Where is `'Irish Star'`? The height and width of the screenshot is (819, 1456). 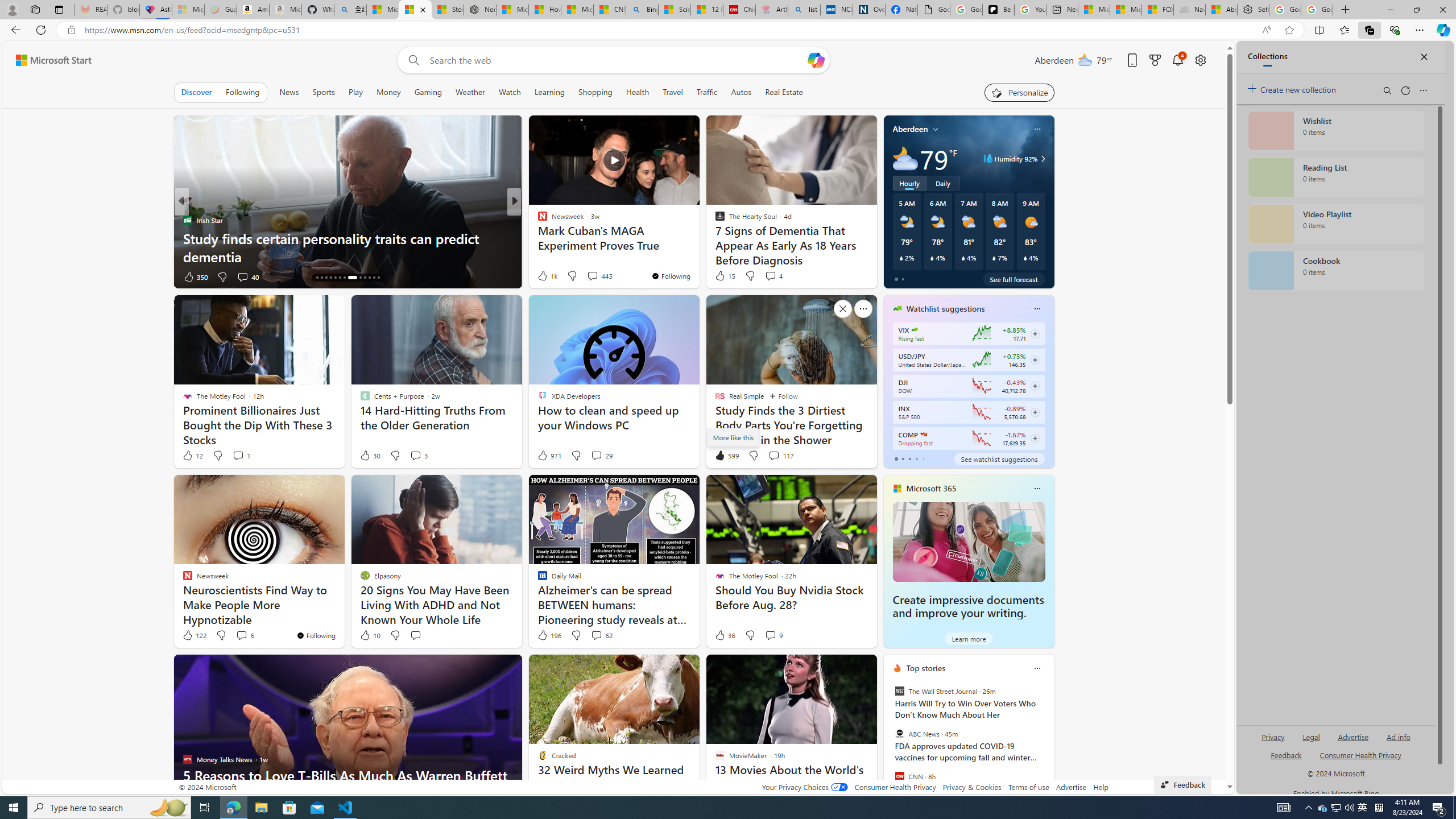 'Irish Star' is located at coordinates (186, 220).